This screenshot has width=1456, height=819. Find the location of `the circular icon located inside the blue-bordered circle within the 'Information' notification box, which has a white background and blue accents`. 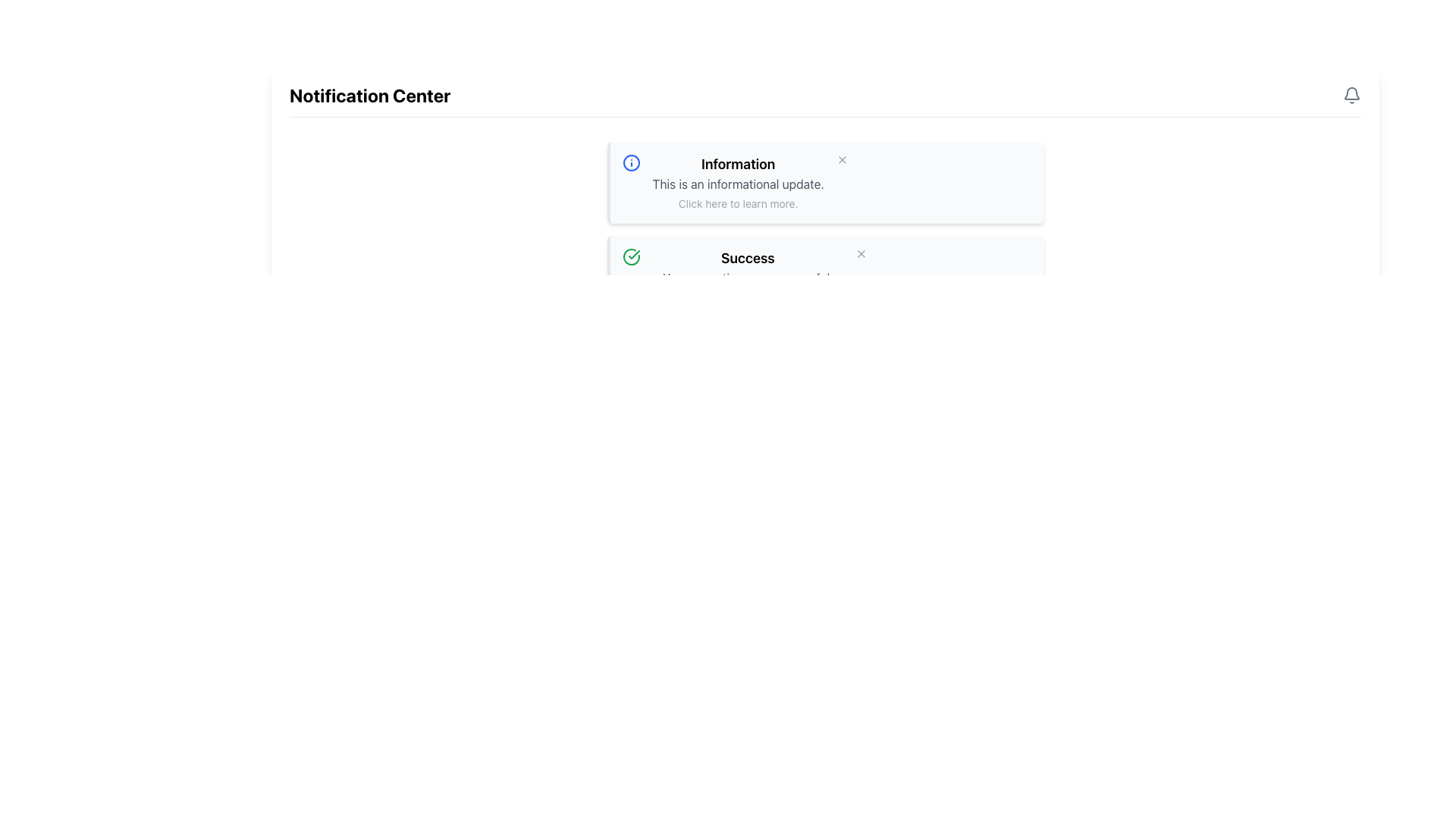

the circular icon located inside the blue-bordered circle within the 'Information' notification box, which has a white background and blue accents is located at coordinates (631, 163).